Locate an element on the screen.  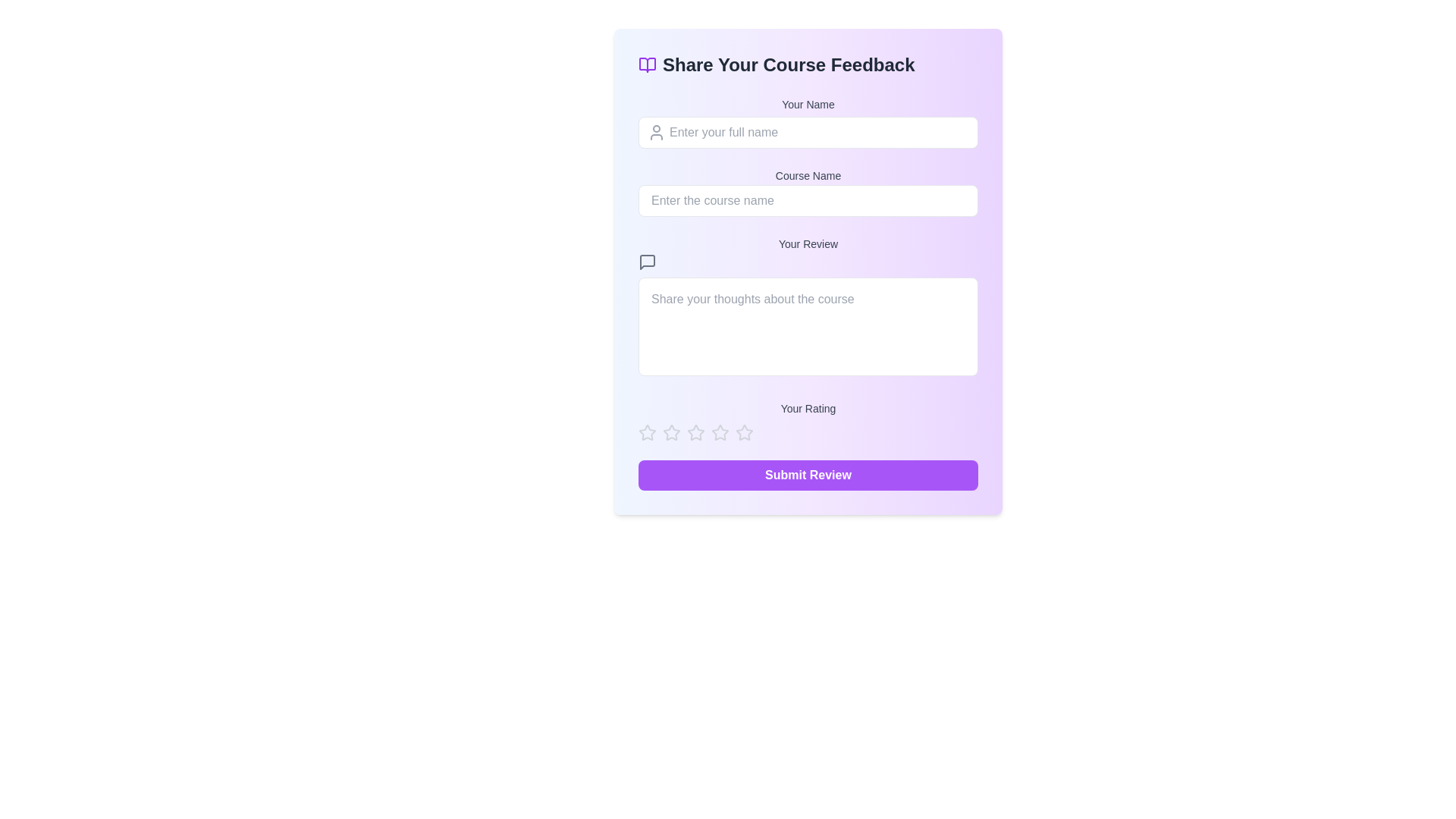
the icon representing the 'Your Review' section, which is positioned to the left of the text area field and above the input region for user feedback is located at coordinates (648, 262).